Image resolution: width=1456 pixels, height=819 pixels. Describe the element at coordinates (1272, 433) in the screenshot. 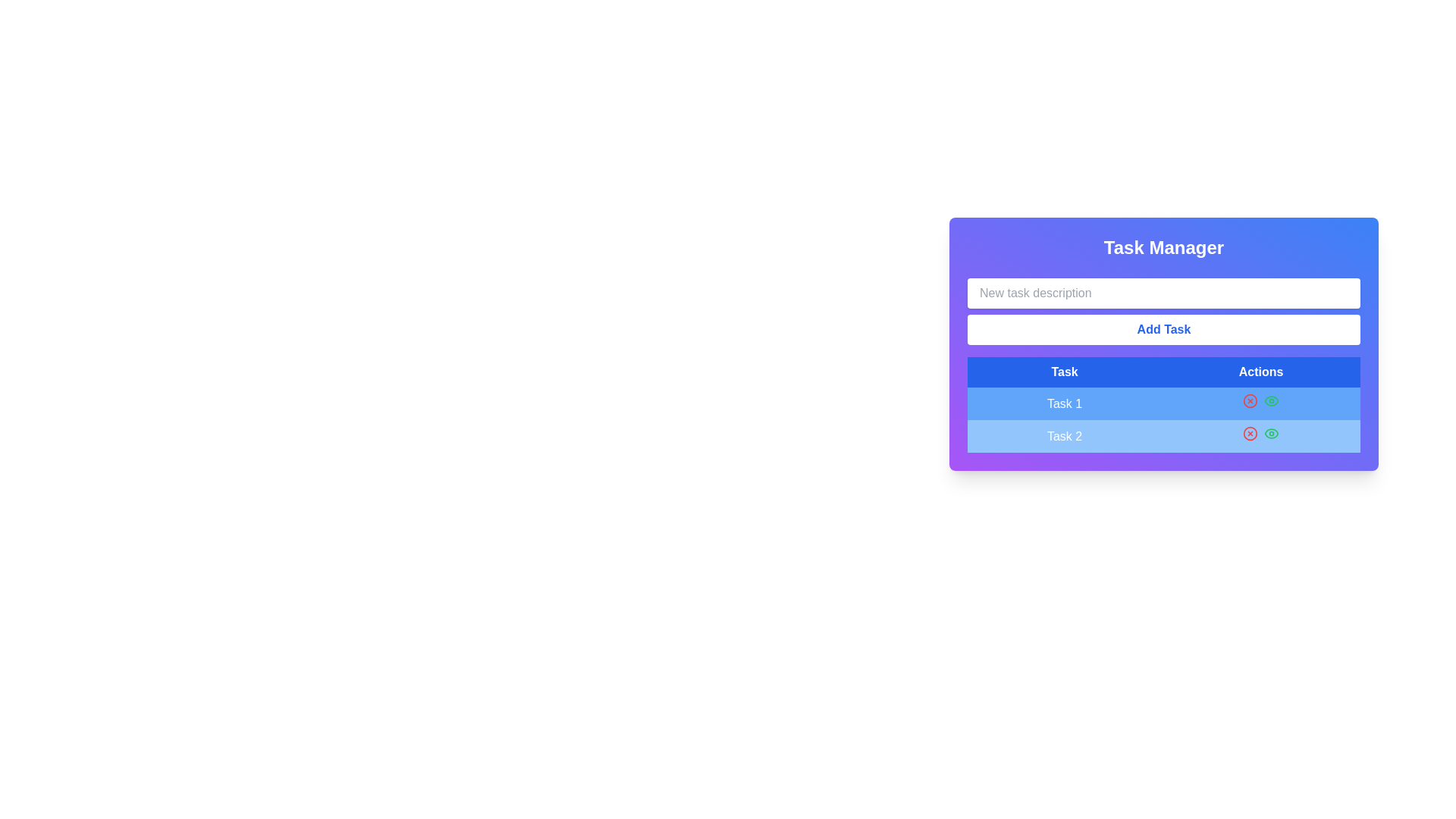

I see `the green eye icon located in the second row under the 'Actions' column next to 'Task 1' to signify the visibility toggle or preview functionality` at that location.